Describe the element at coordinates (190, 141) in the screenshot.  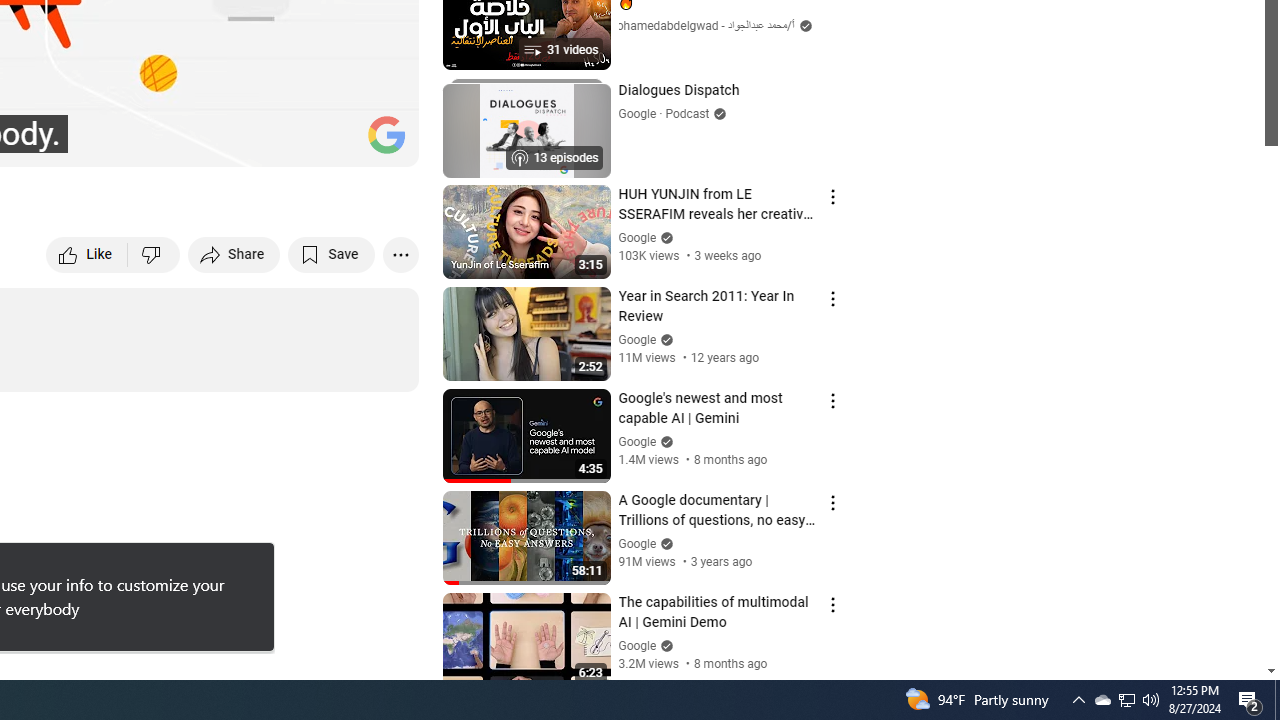
I see `'Subtitles/closed captions unavailable'` at that location.